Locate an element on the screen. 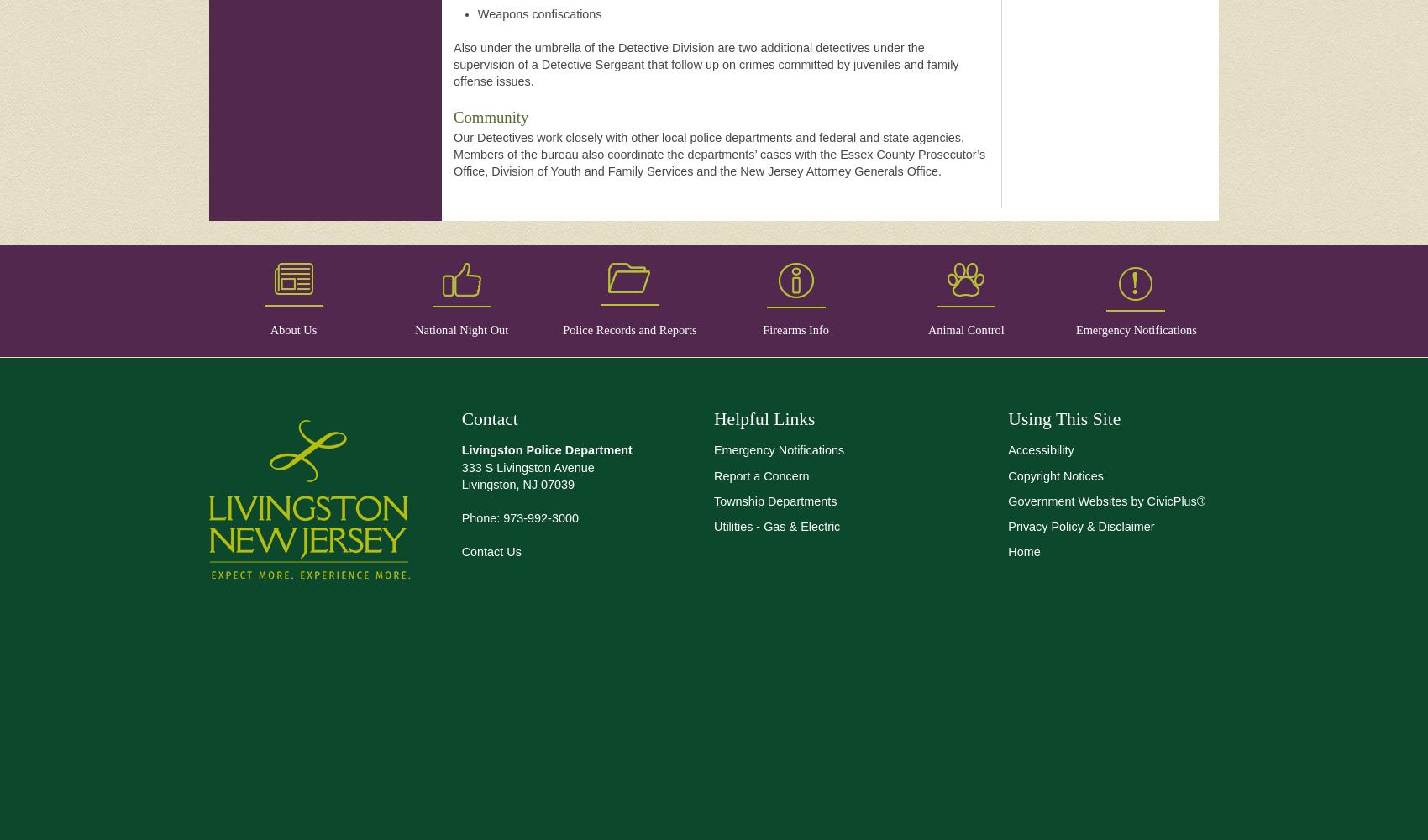 Image resolution: width=1428 pixels, height=840 pixels. 'Government Websites by CivicPlus®' is located at coordinates (1106, 500).